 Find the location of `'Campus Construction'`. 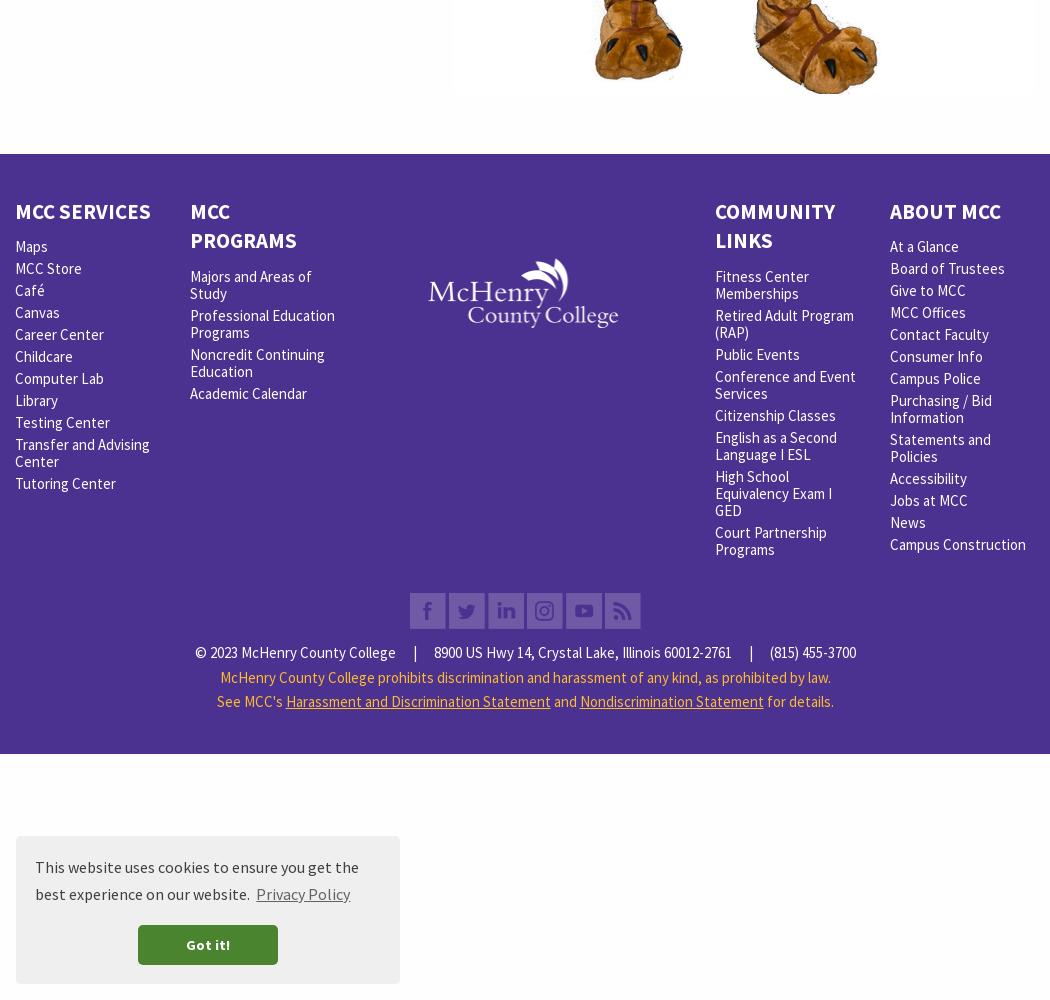

'Campus Construction' is located at coordinates (957, 544).